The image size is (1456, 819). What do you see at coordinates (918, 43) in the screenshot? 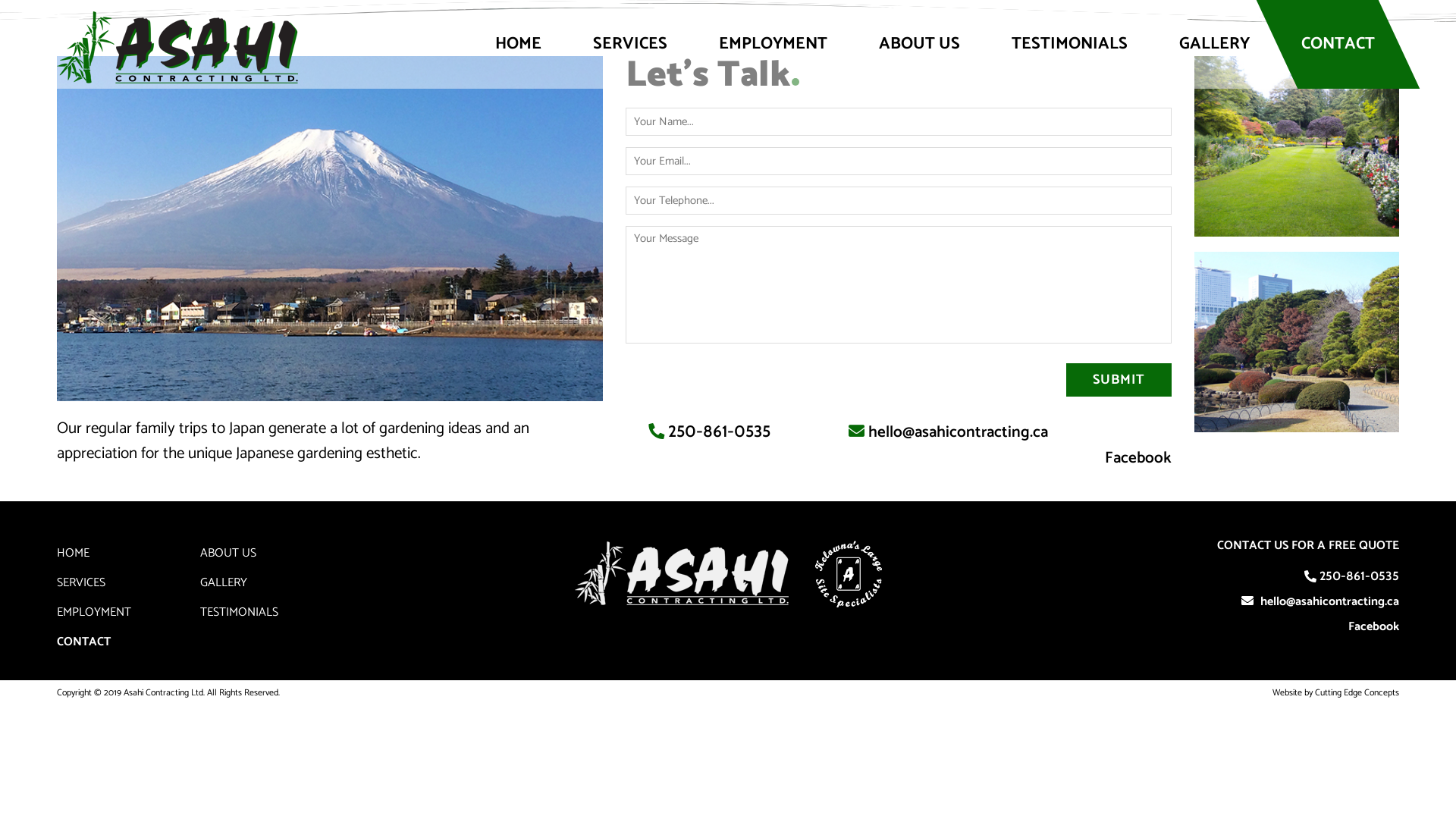
I see `'ABOUT US'` at bounding box center [918, 43].